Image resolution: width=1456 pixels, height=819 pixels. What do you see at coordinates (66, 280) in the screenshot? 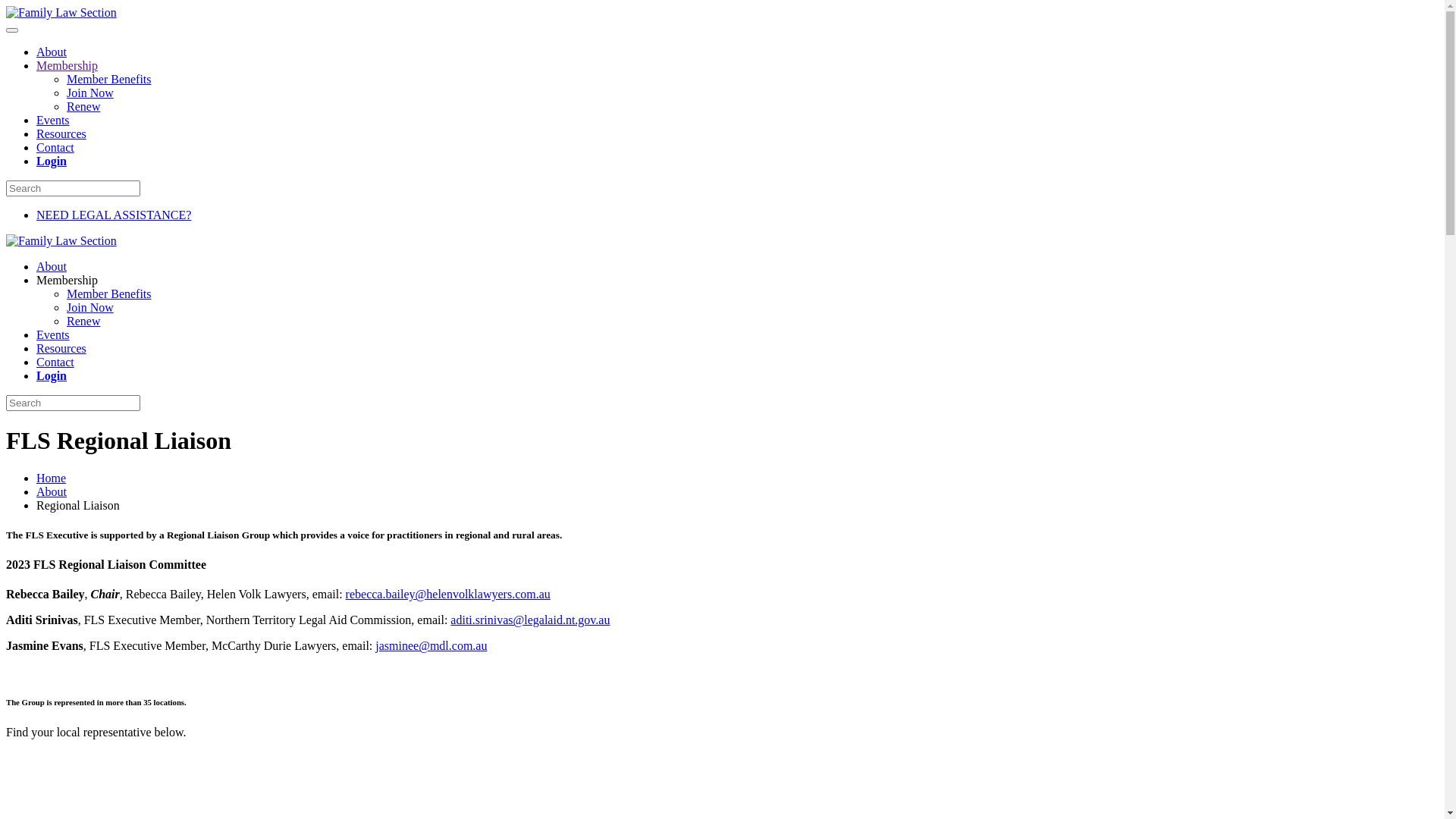
I see `'Membership'` at bounding box center [66, 280].